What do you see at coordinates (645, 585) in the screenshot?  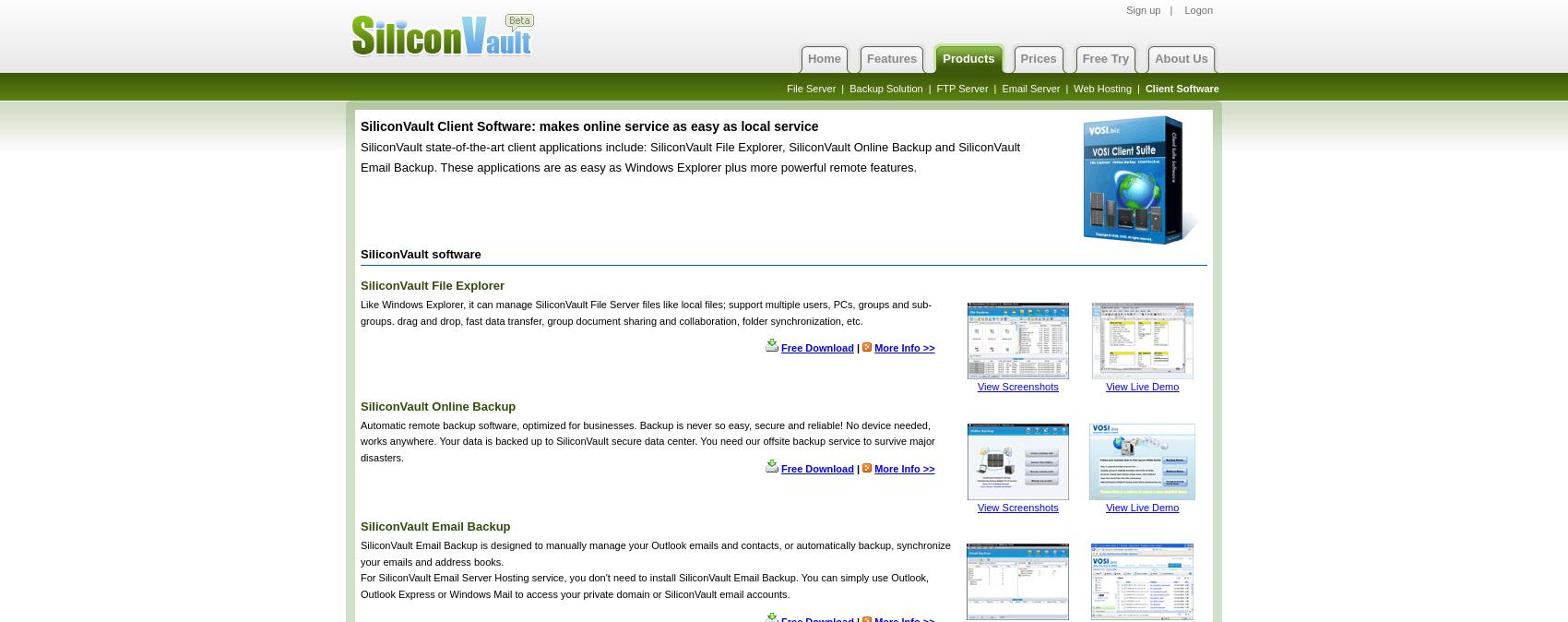 I see `'For SiliconVault Email Server Hosting service, you don't need to install SiliconVault Email Backup. You can simply use Outlook, Outlook Express or Windows Mail to access your private domain or SiliconVault email accounts.'` at bounding box center [645, 585].